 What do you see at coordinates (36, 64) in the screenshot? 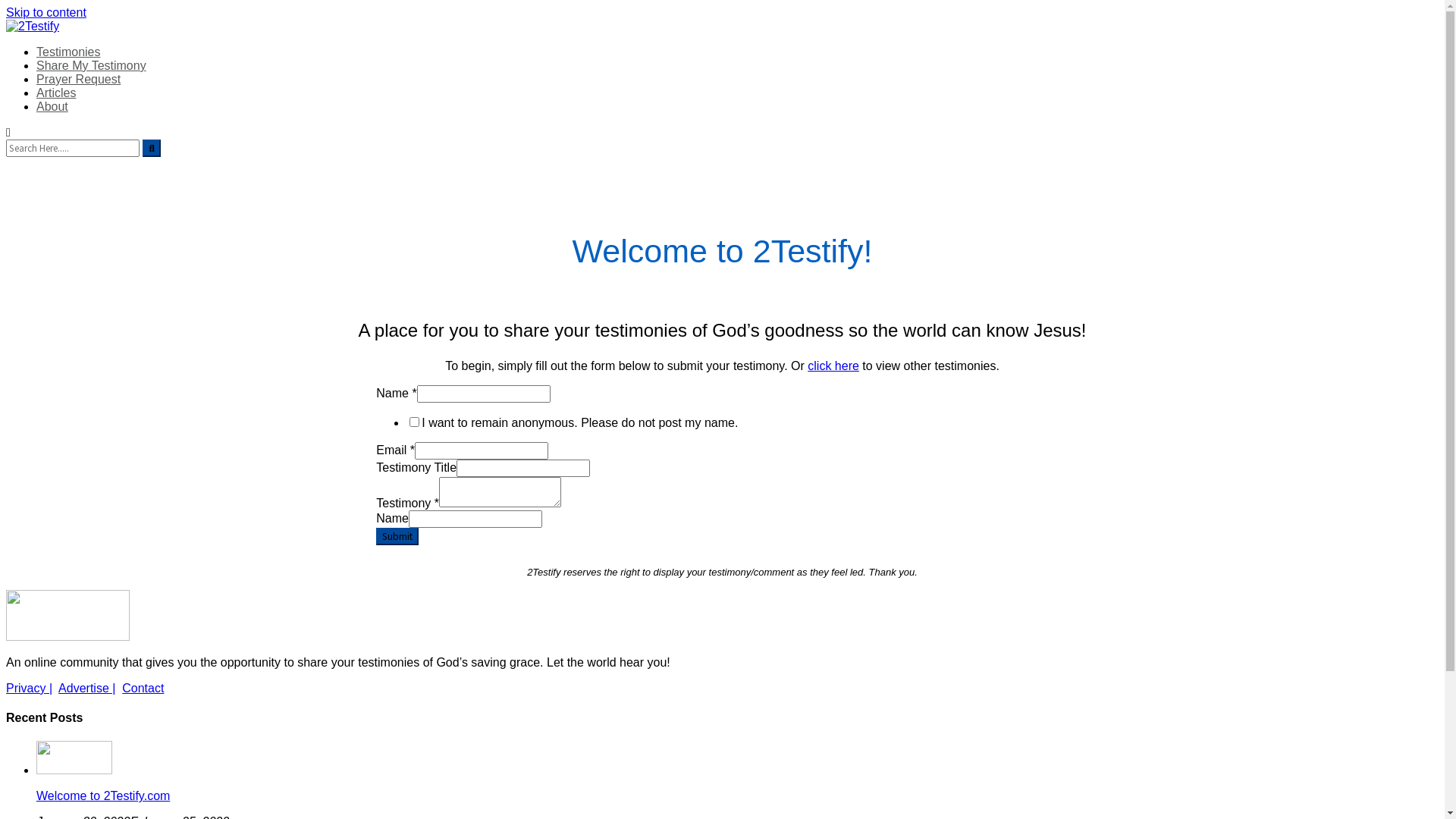
I see `'Share My Testimony'` at bounding box center [36, 64].